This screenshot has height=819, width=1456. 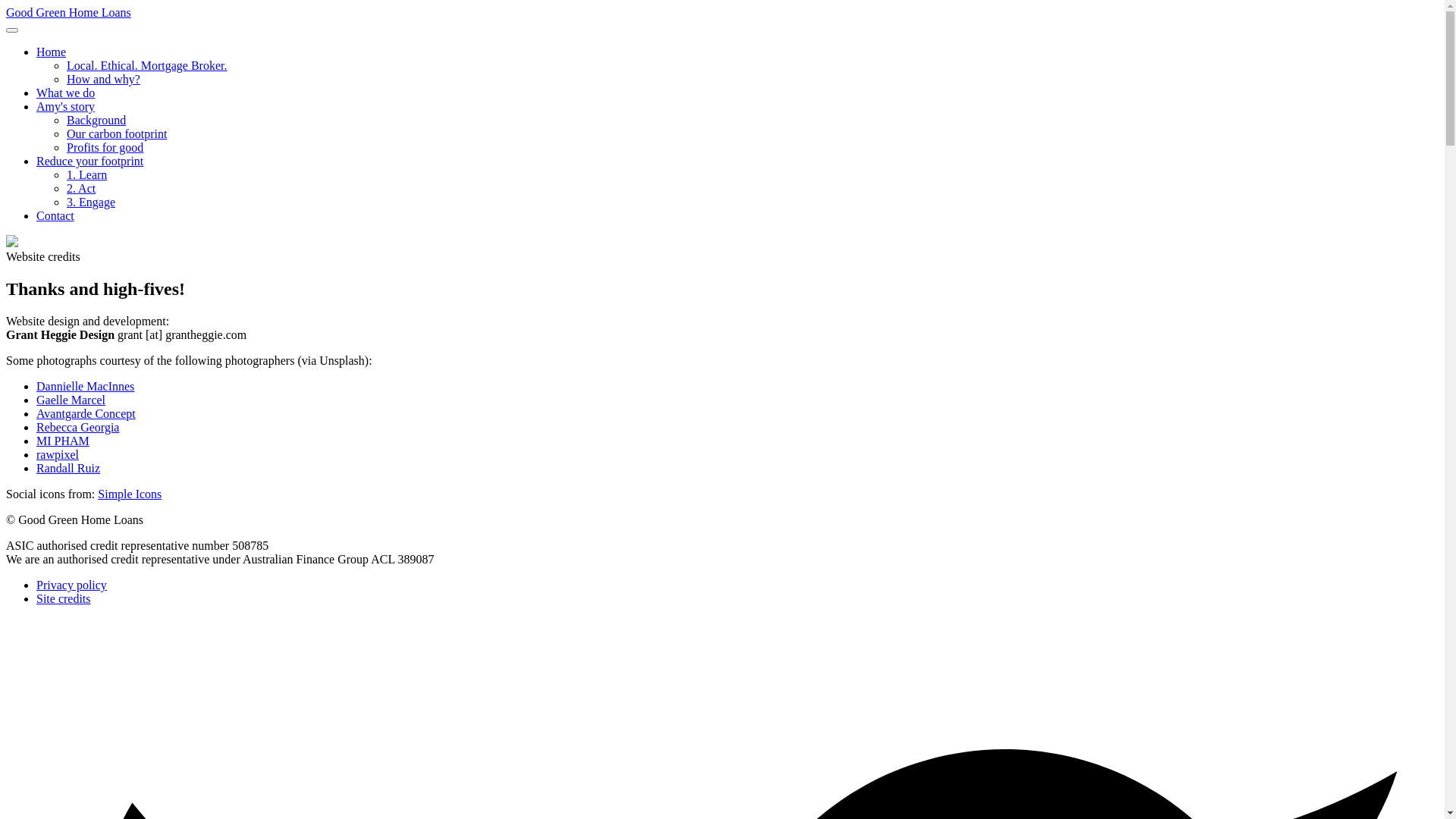 What do you see at coordinates (62, 598) in the screenshot?
I see `'Site credits'` at bounding box center [62, 598].